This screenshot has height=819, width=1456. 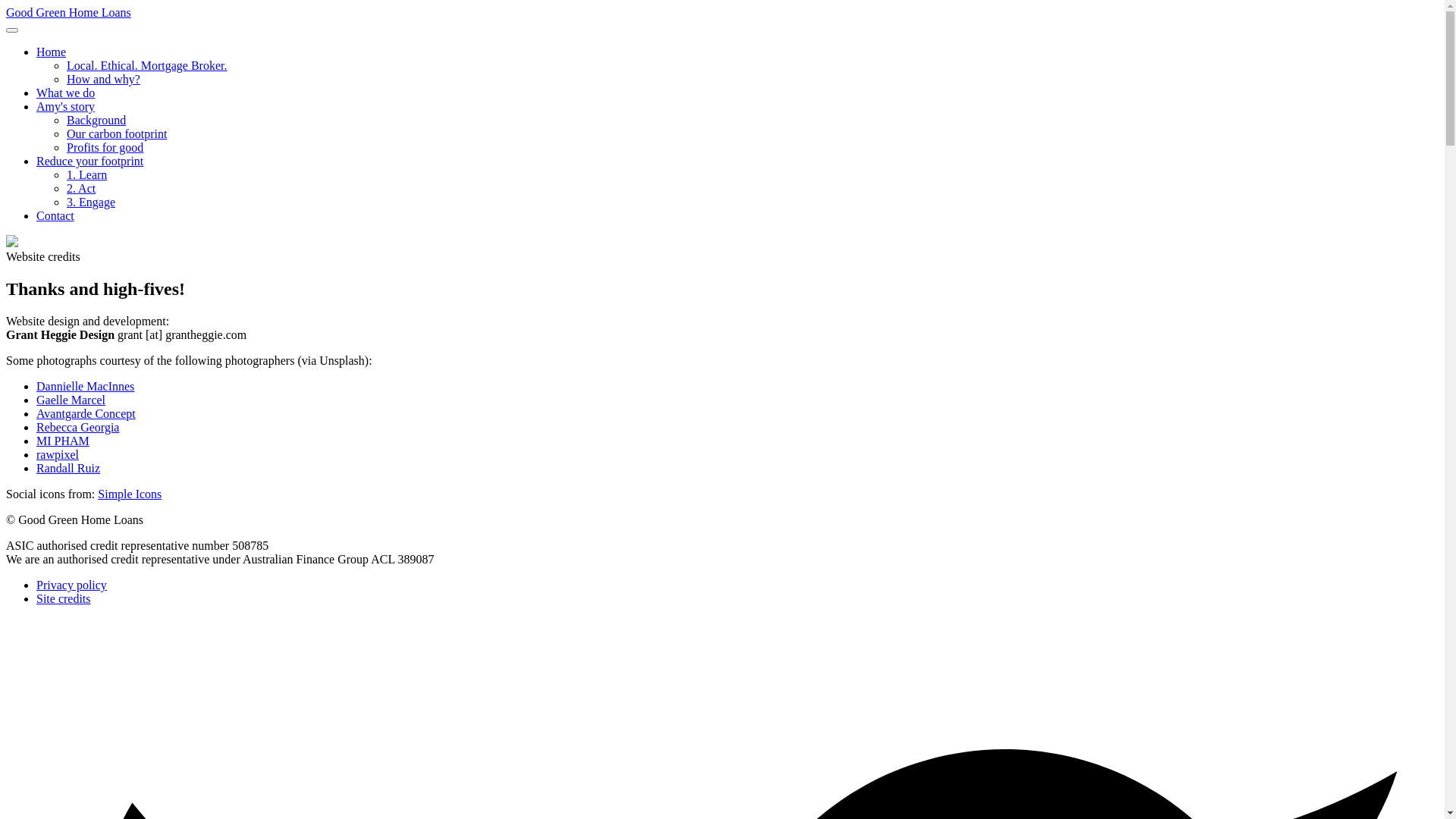 What do you see at coordinates (62, 598) in the screenshot?
I see `'Site credits'` at bounding box center [62, 598].